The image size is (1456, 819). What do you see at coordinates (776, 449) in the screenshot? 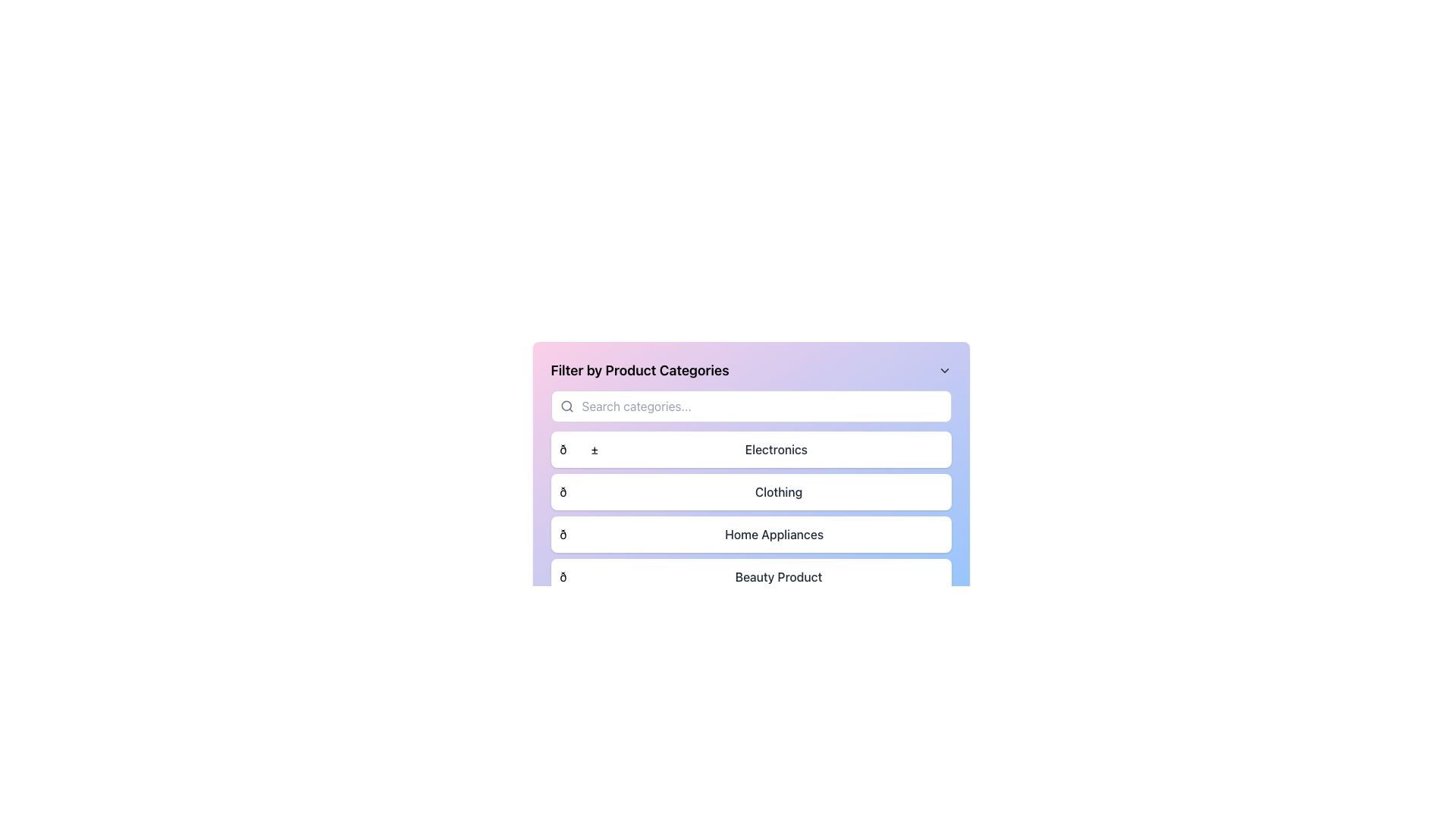
I see `on the 'Electronics' text located in the second row of the category options, which is styled in medium font and dark gray color` at bounding box center [776, 449].